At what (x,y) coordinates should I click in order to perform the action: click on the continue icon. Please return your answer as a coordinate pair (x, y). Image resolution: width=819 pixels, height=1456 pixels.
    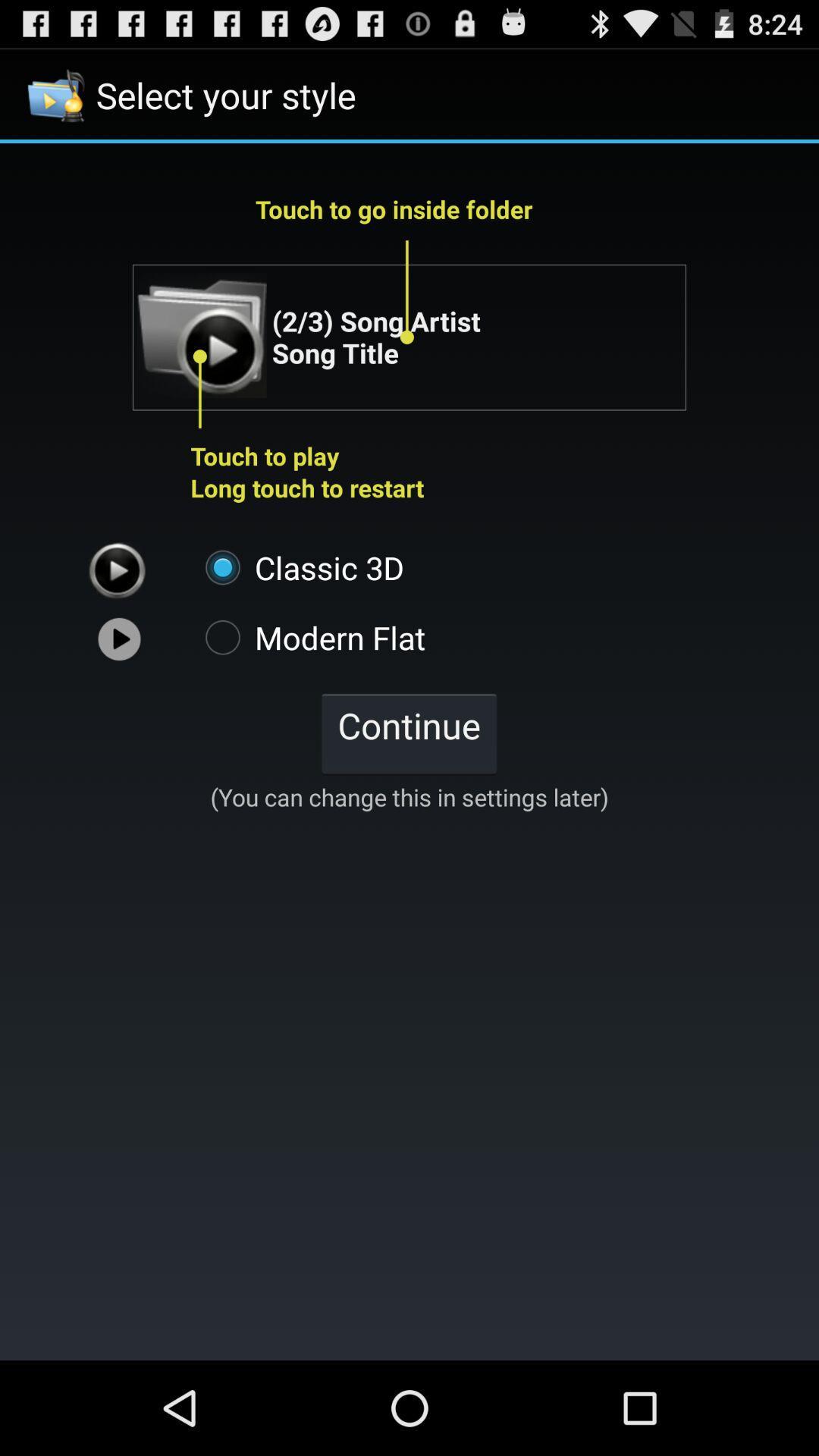
    Looking at the image, I should click on (408, 733).